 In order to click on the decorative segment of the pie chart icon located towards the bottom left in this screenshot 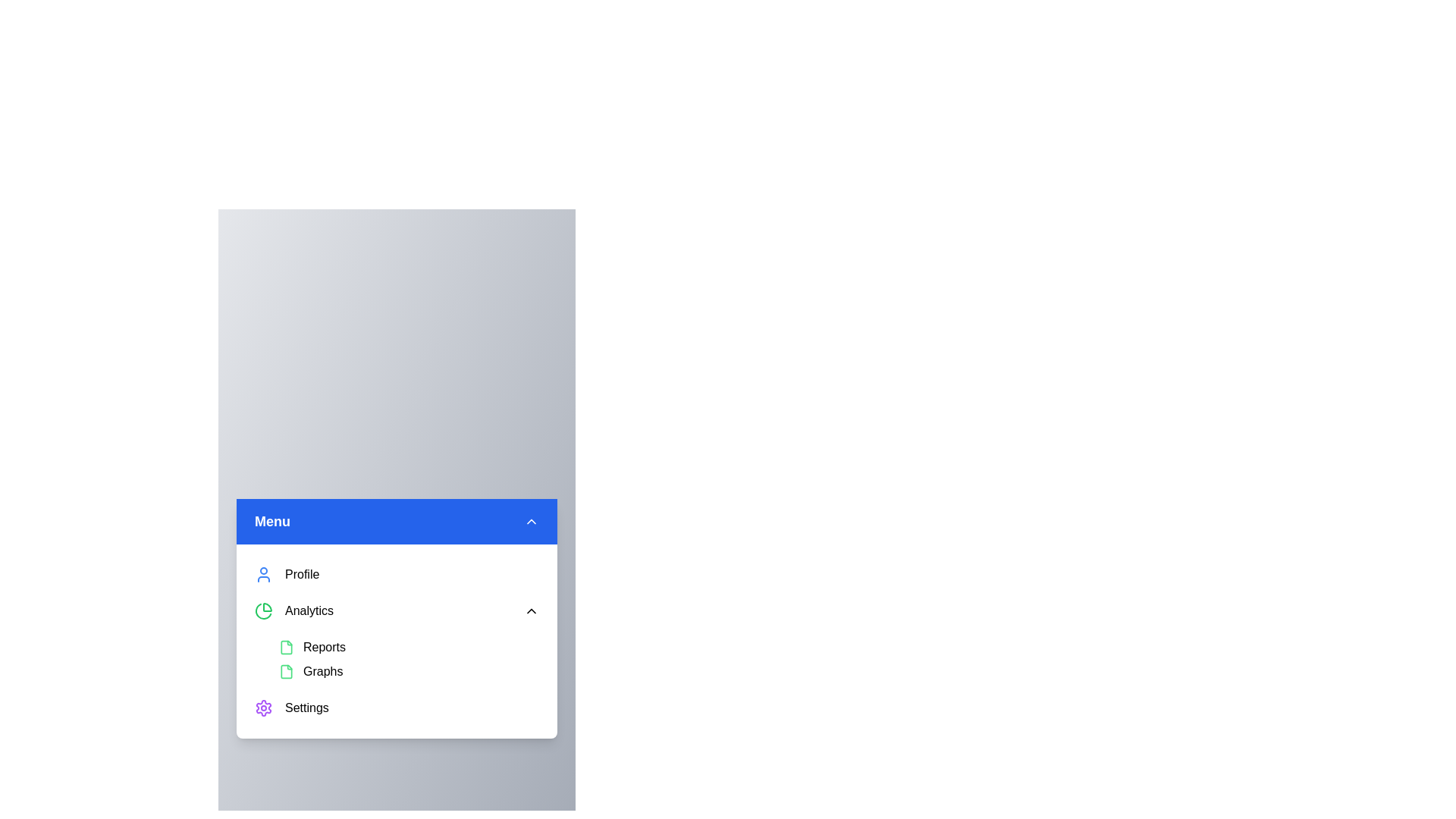, I will do `click(263, 610)`.